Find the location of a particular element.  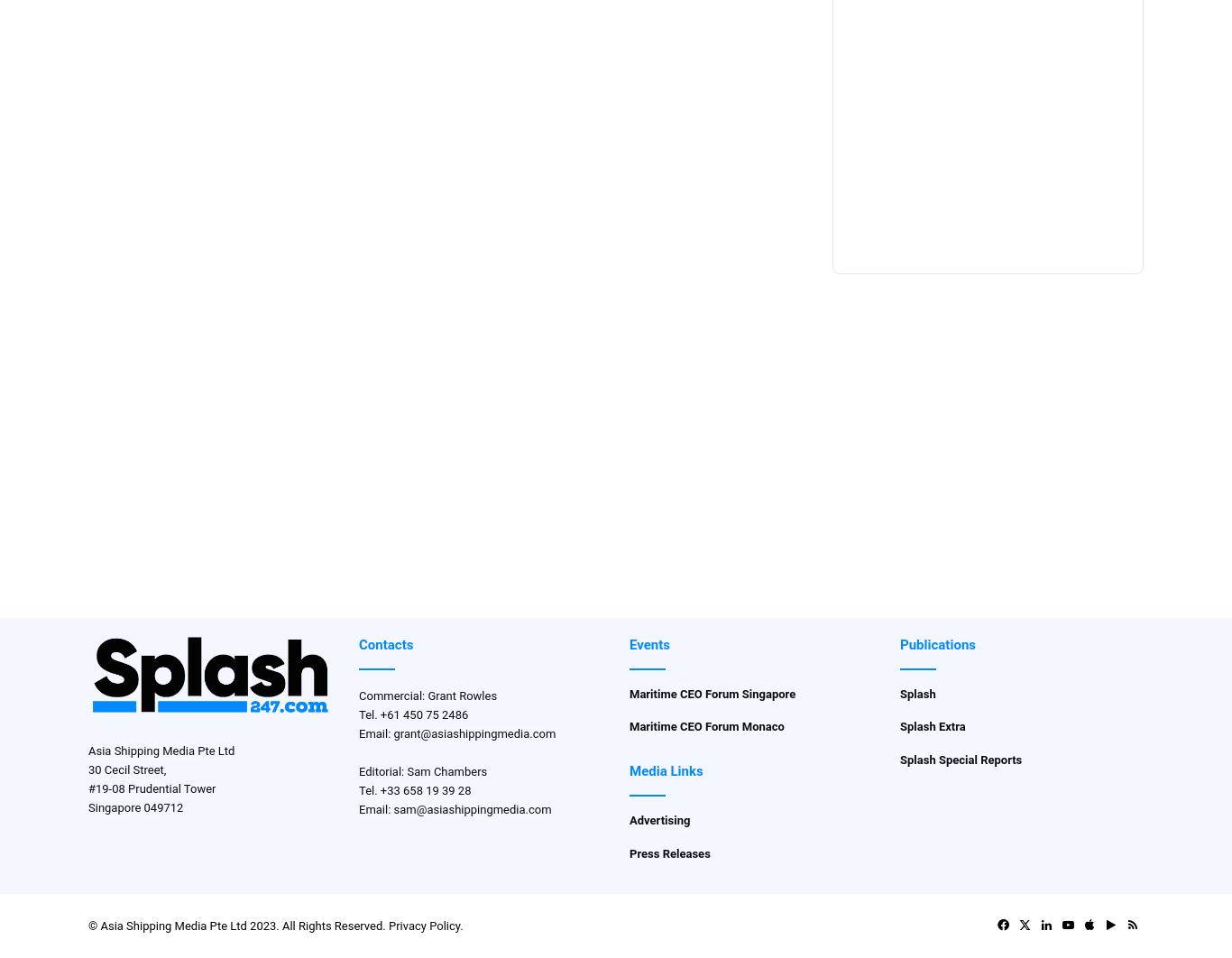

'Tel. +61 450 75 2486' is located at coordinates (413, 714).